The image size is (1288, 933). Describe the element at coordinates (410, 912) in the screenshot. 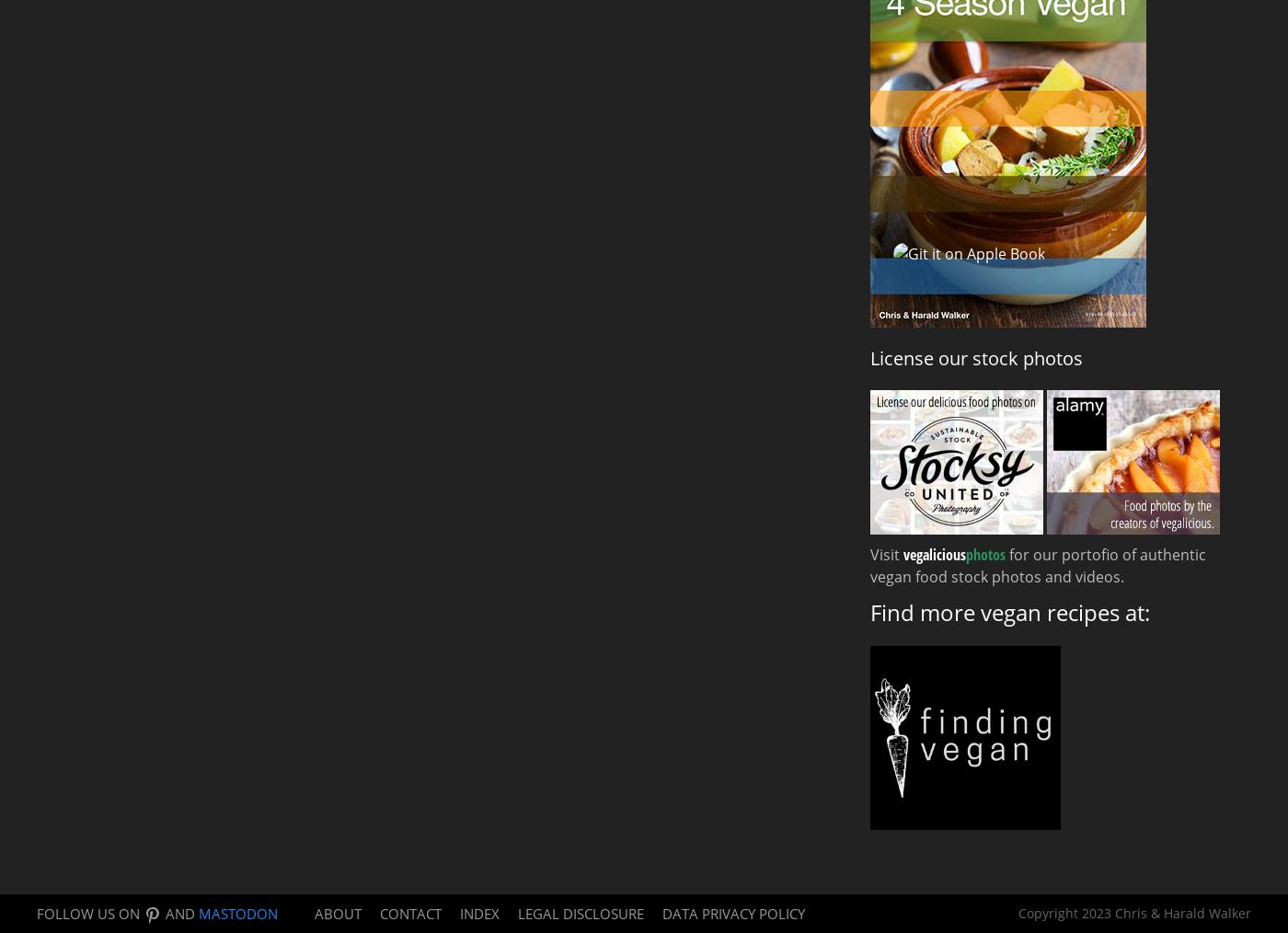

I see `'Contact'` at that location.